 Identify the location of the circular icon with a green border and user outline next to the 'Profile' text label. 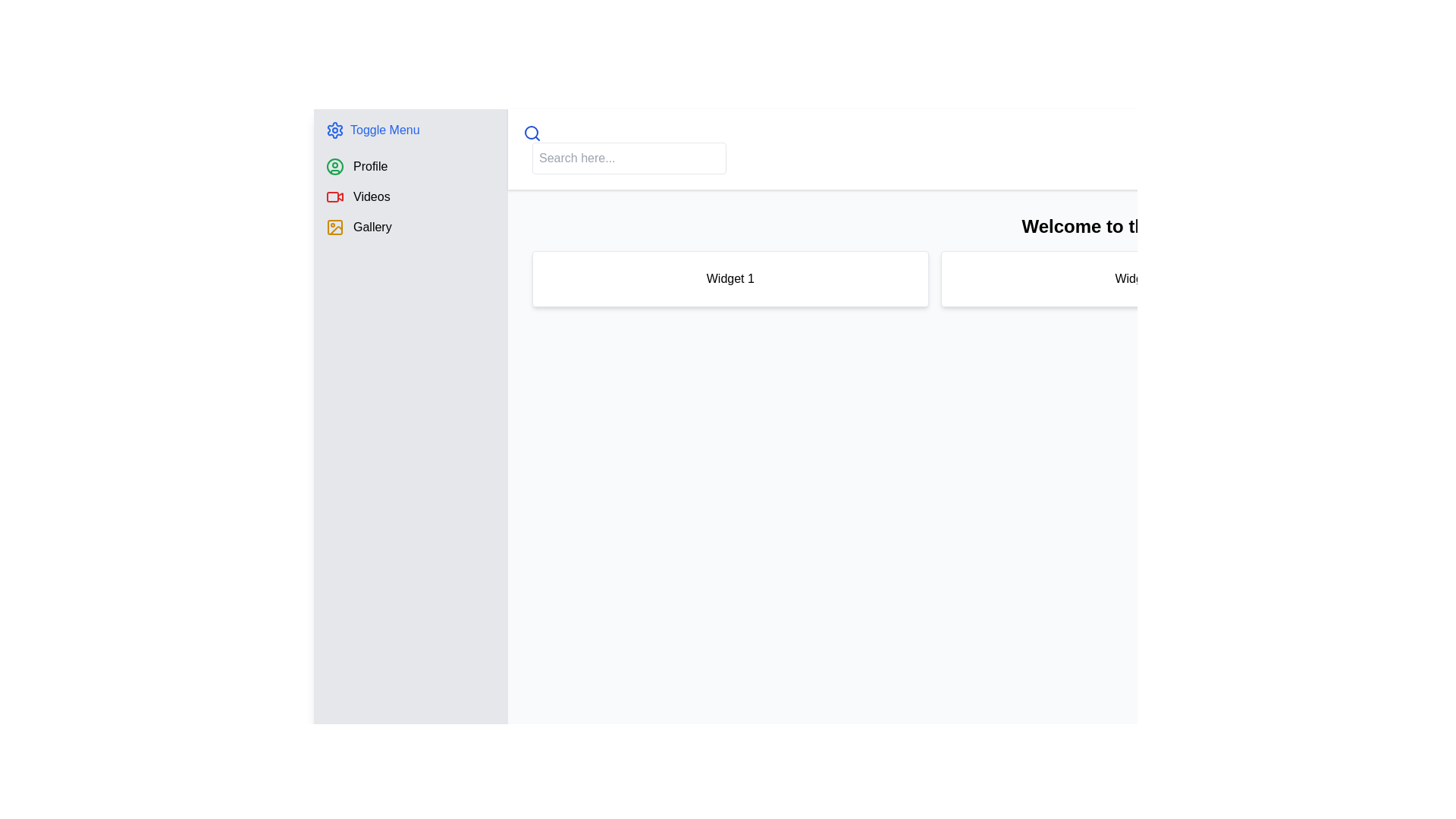
(334, 166).